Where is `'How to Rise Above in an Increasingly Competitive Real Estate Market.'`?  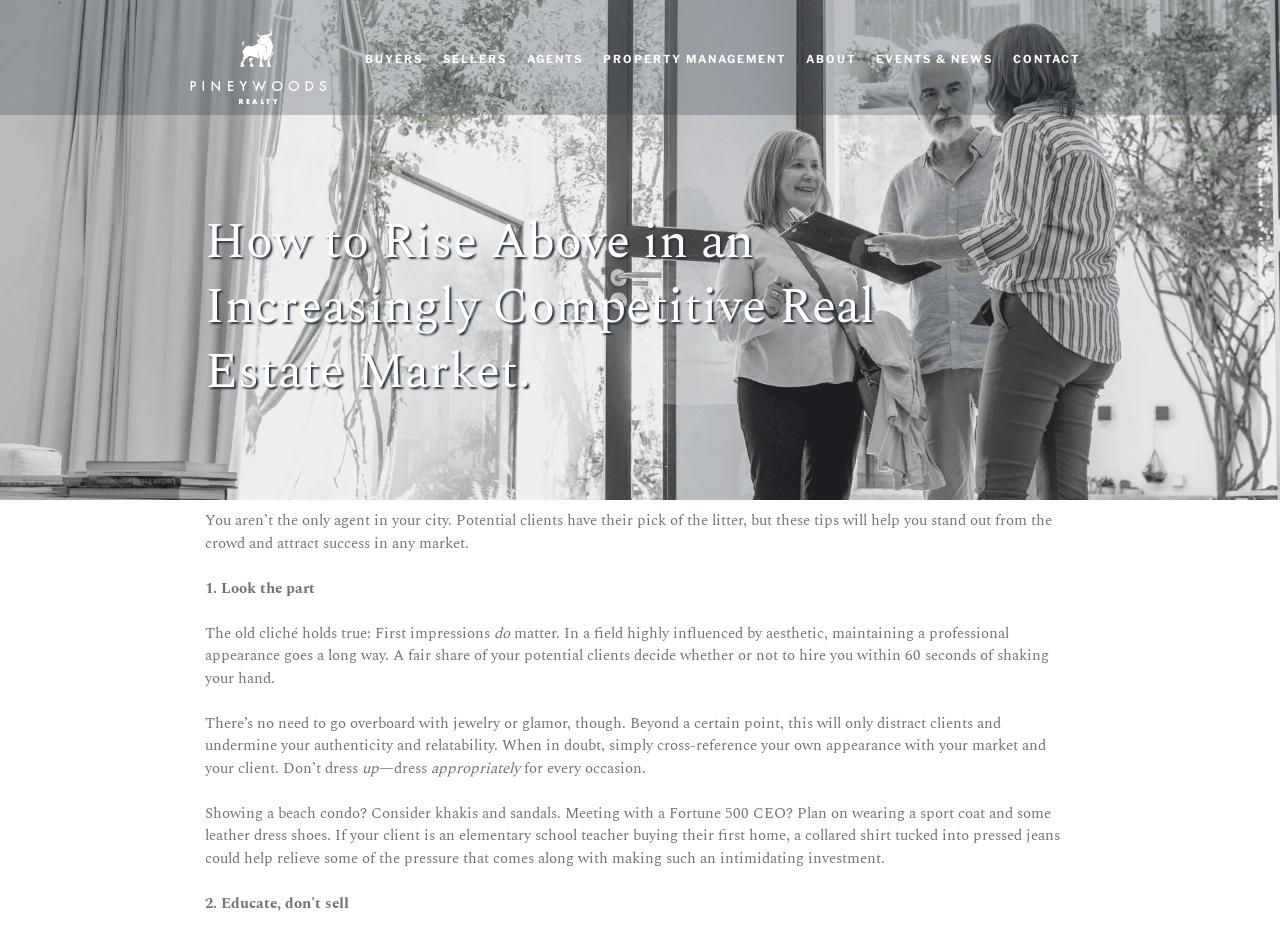 'How to Rise Above in an Increasingly Competitive Real Estate Market.' is located at coordinates (540, 306).